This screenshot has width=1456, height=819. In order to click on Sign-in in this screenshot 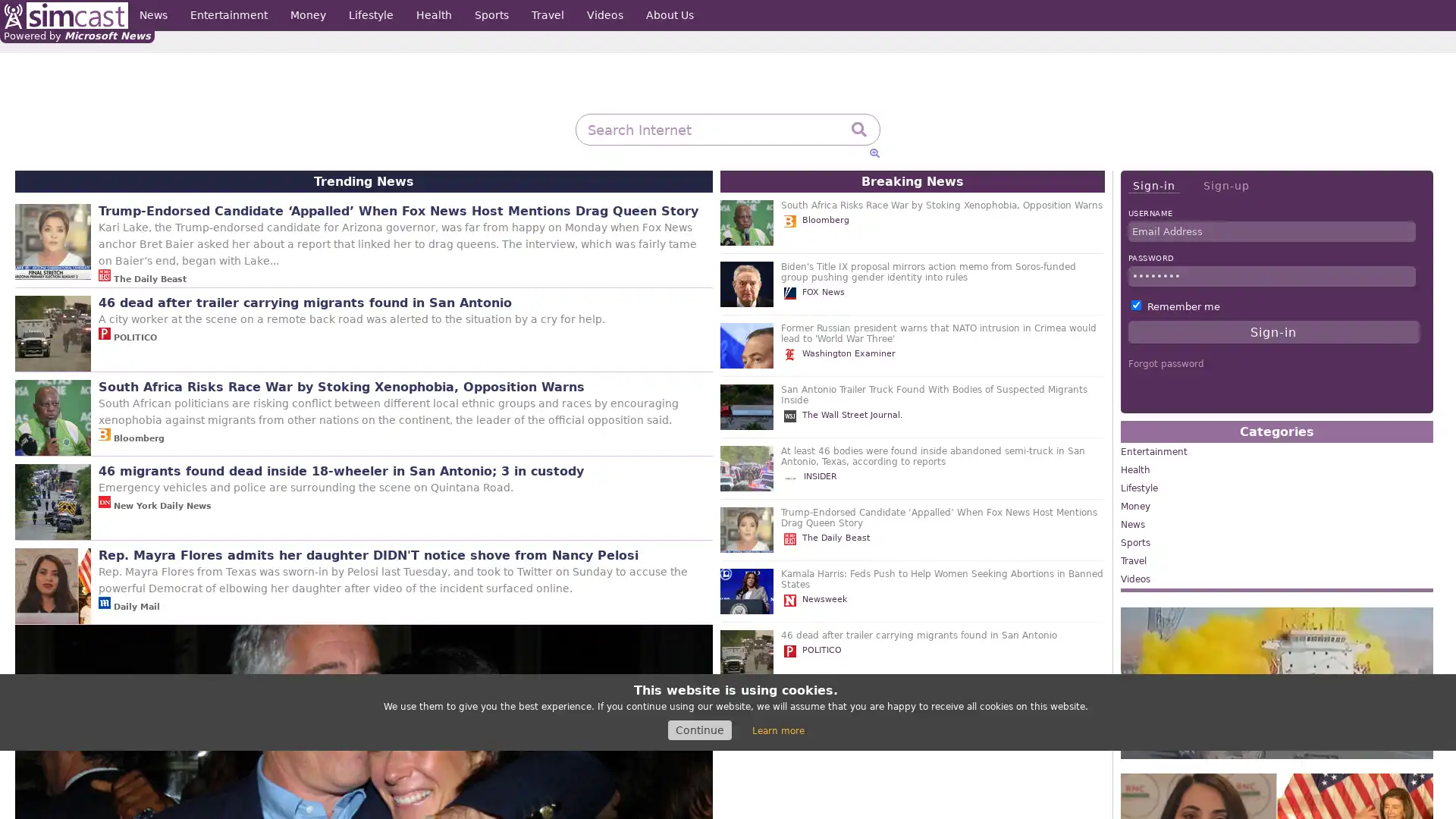, I will do `click(1273, 331)`.